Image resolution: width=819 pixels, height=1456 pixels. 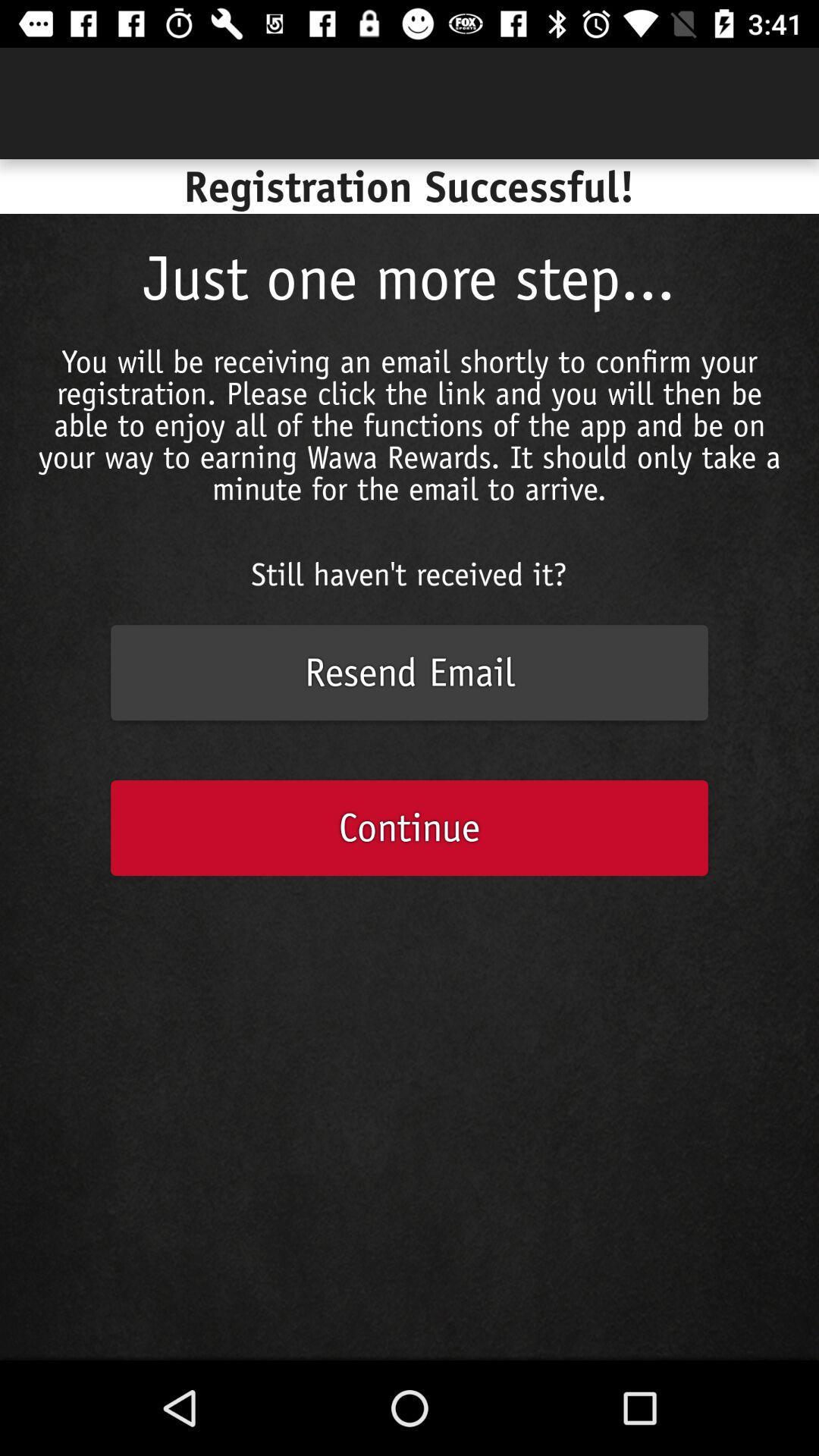 What do you see at coordinates (409, 672) in the screenshot?
I see `the icon below the still haven t icon` at bounding box center [409, 672].